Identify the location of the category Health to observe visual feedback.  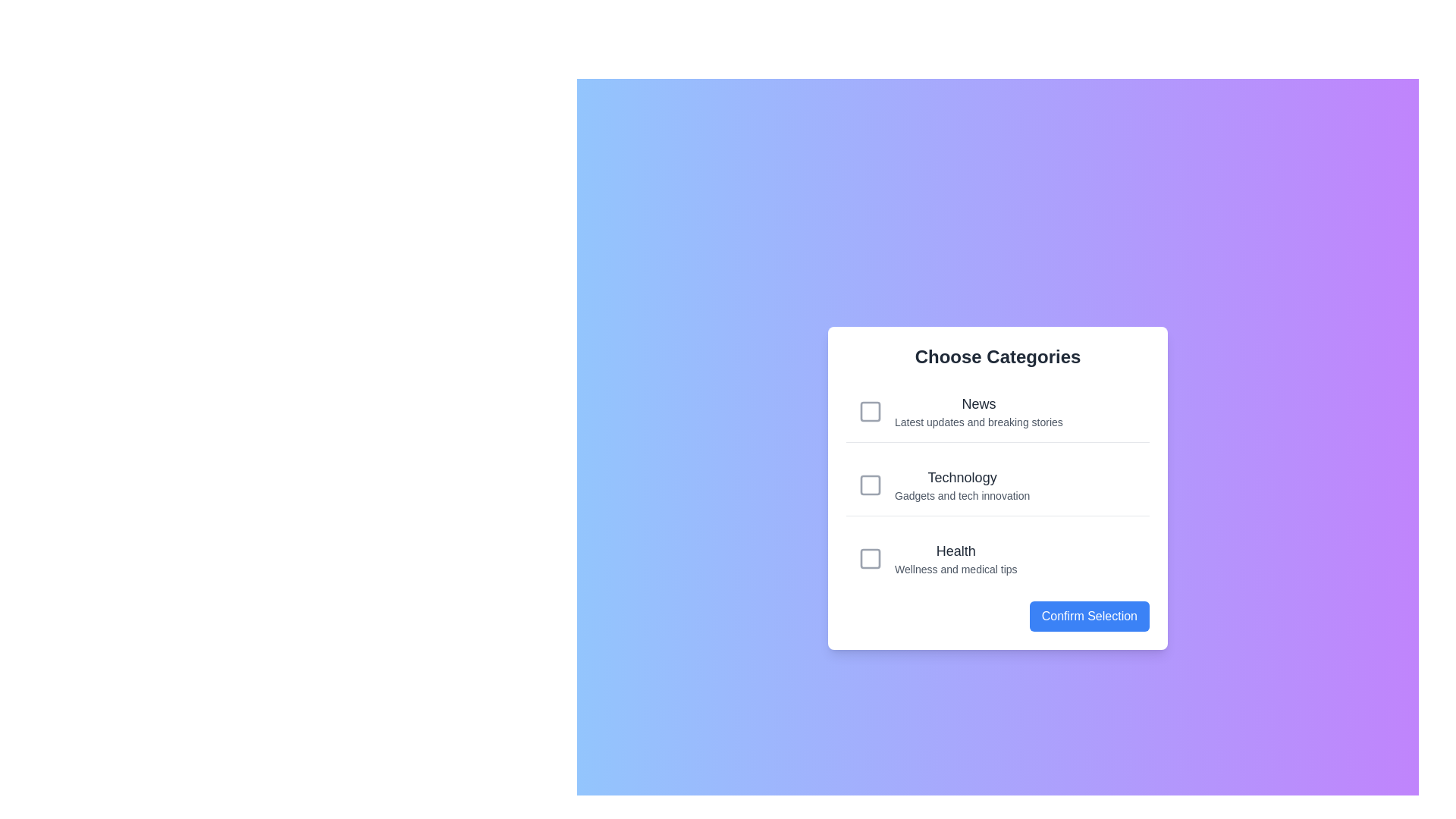
(997, 558).